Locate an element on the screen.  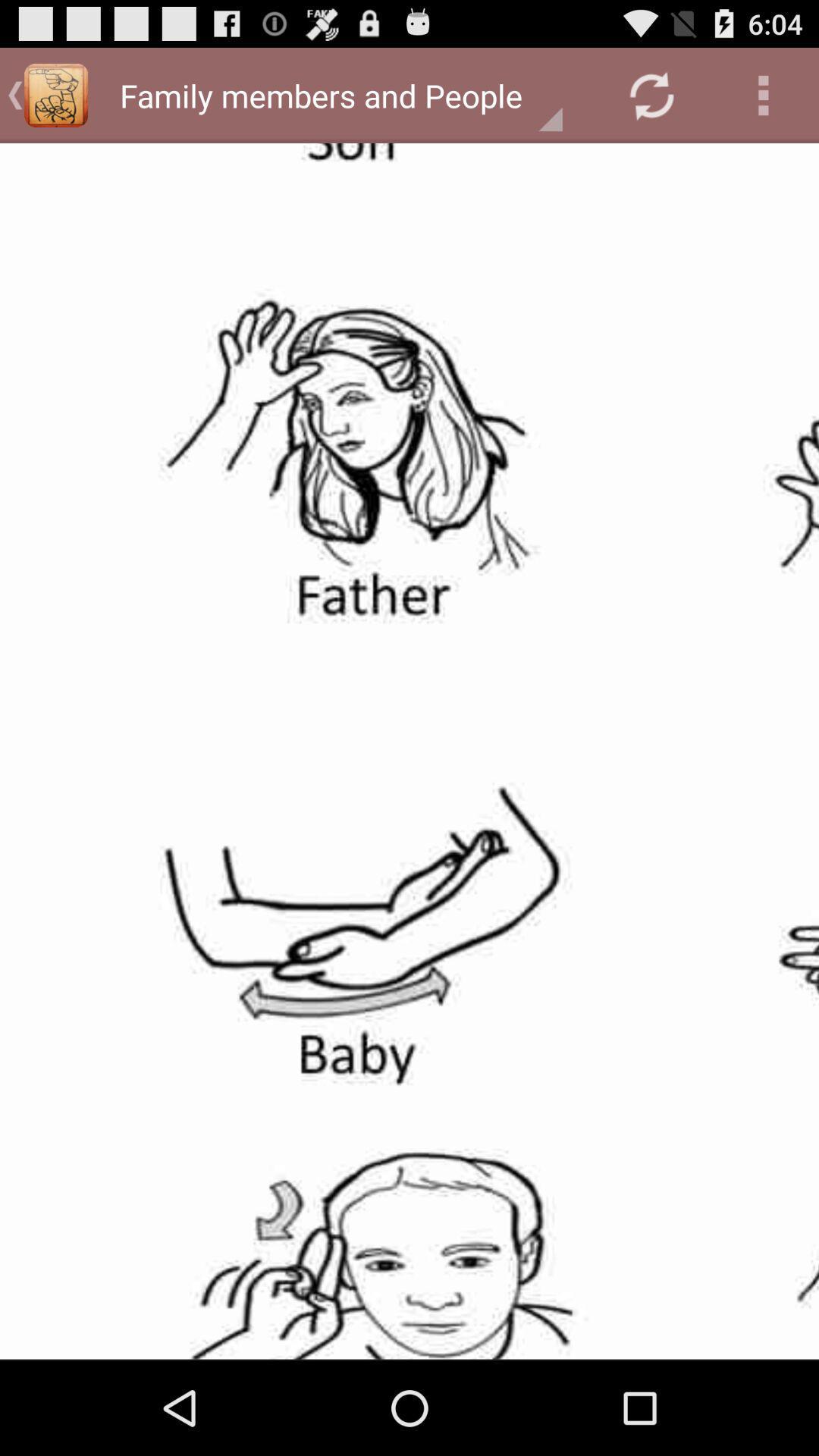
share the article is located at coordinates (409, 751).